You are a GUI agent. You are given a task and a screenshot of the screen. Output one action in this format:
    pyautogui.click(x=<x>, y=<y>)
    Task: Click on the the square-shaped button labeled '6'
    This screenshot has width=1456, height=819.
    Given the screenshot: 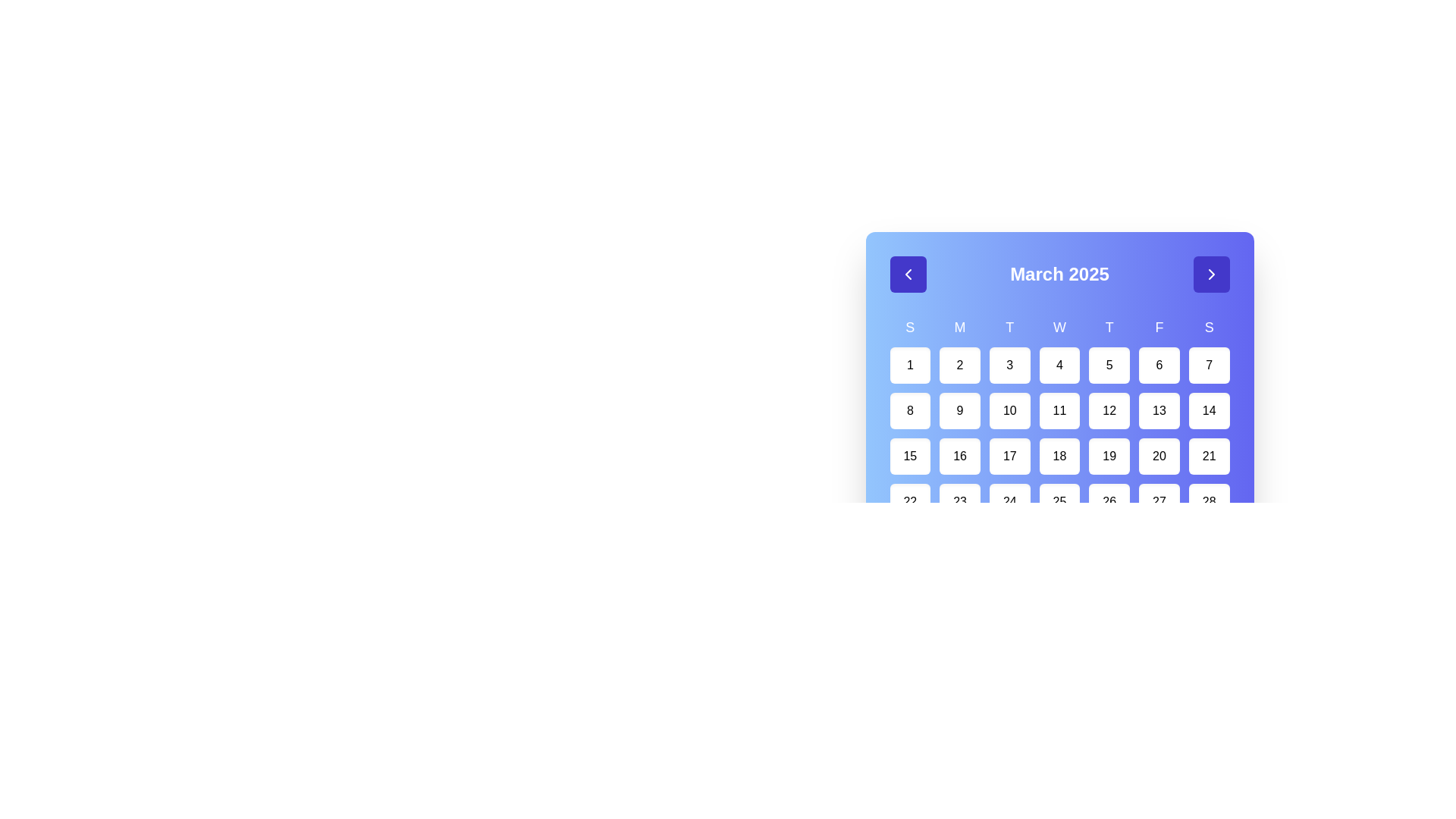 What is the action you would take?
    pyautogui.click(x=1158, y=366)
    